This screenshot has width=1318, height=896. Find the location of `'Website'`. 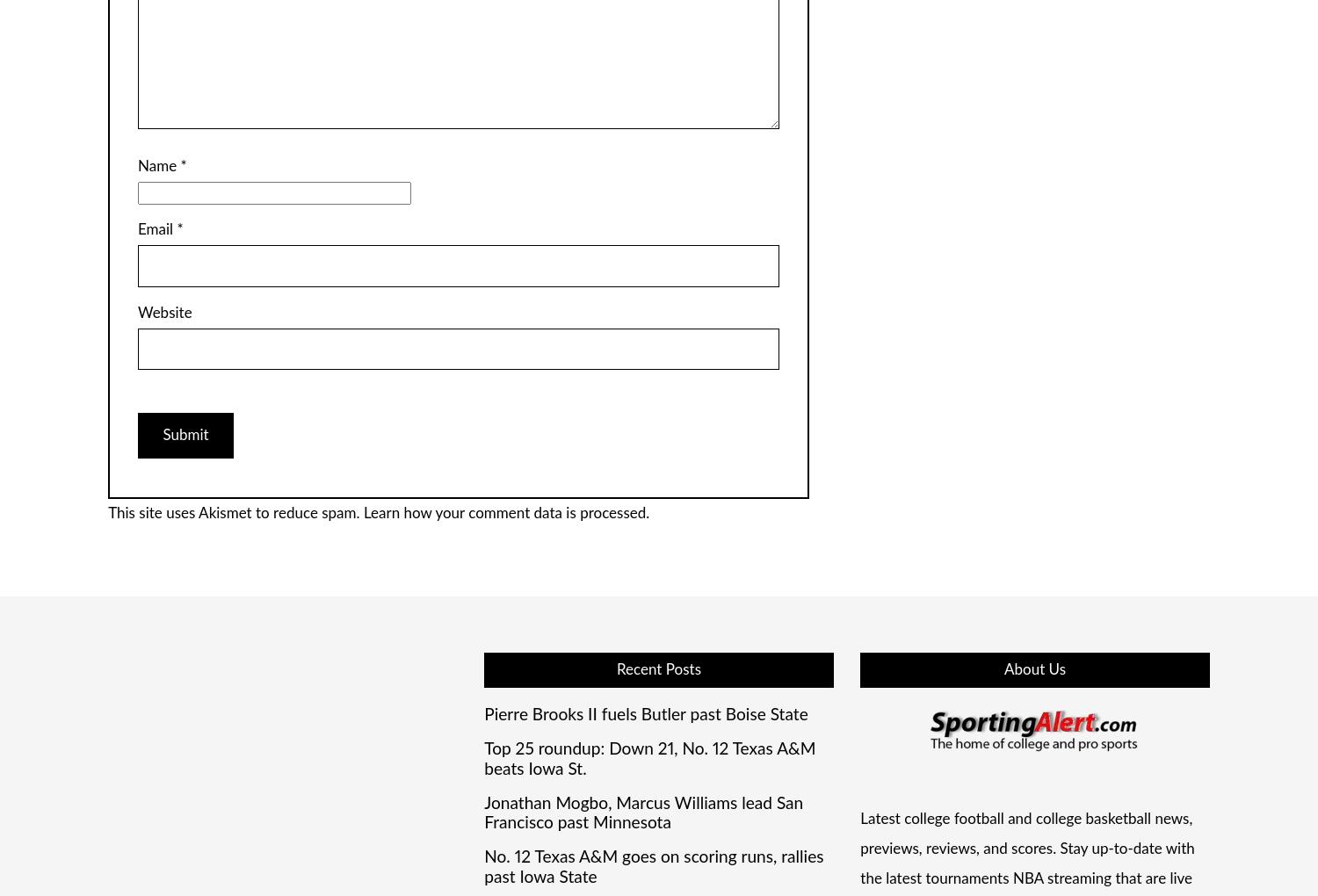

'Website' is located at coordinates (164, 311).